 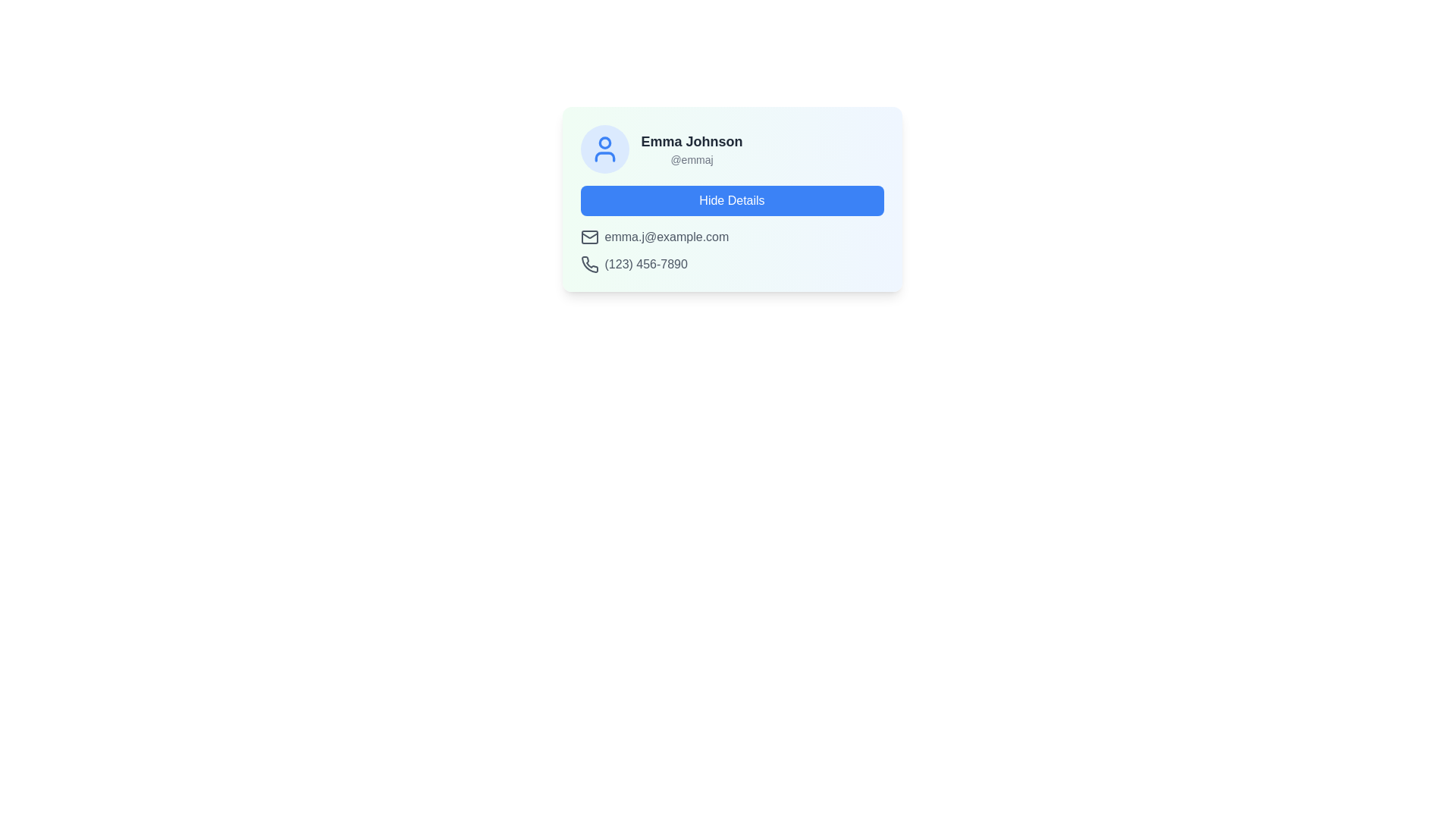 I want to click on the SVG Circle representing the head of the user profile icon, so click(x=604, y=143).